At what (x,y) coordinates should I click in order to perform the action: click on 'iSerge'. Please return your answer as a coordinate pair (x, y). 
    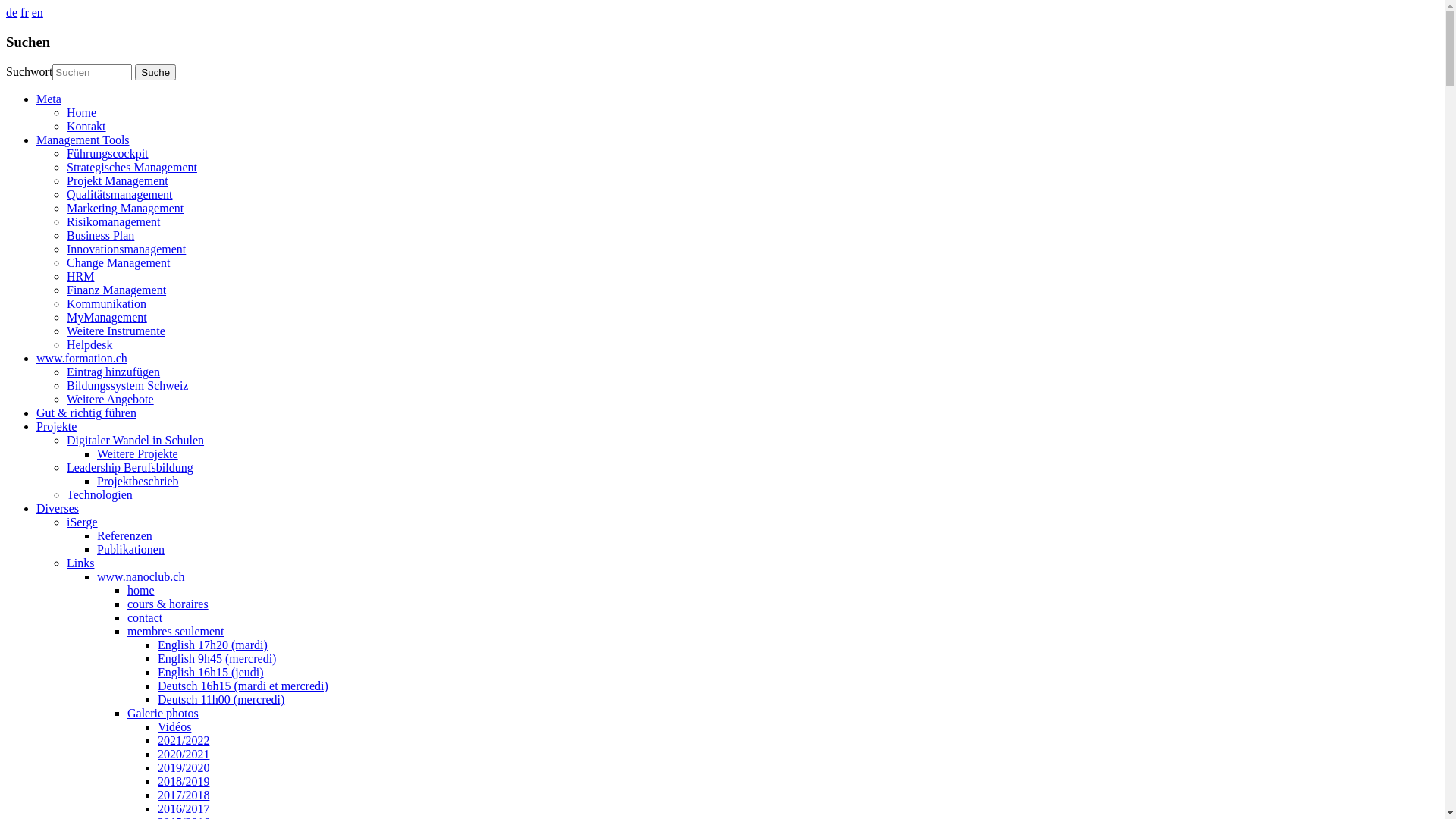
    Looking at the image, I should click on (81, 521).